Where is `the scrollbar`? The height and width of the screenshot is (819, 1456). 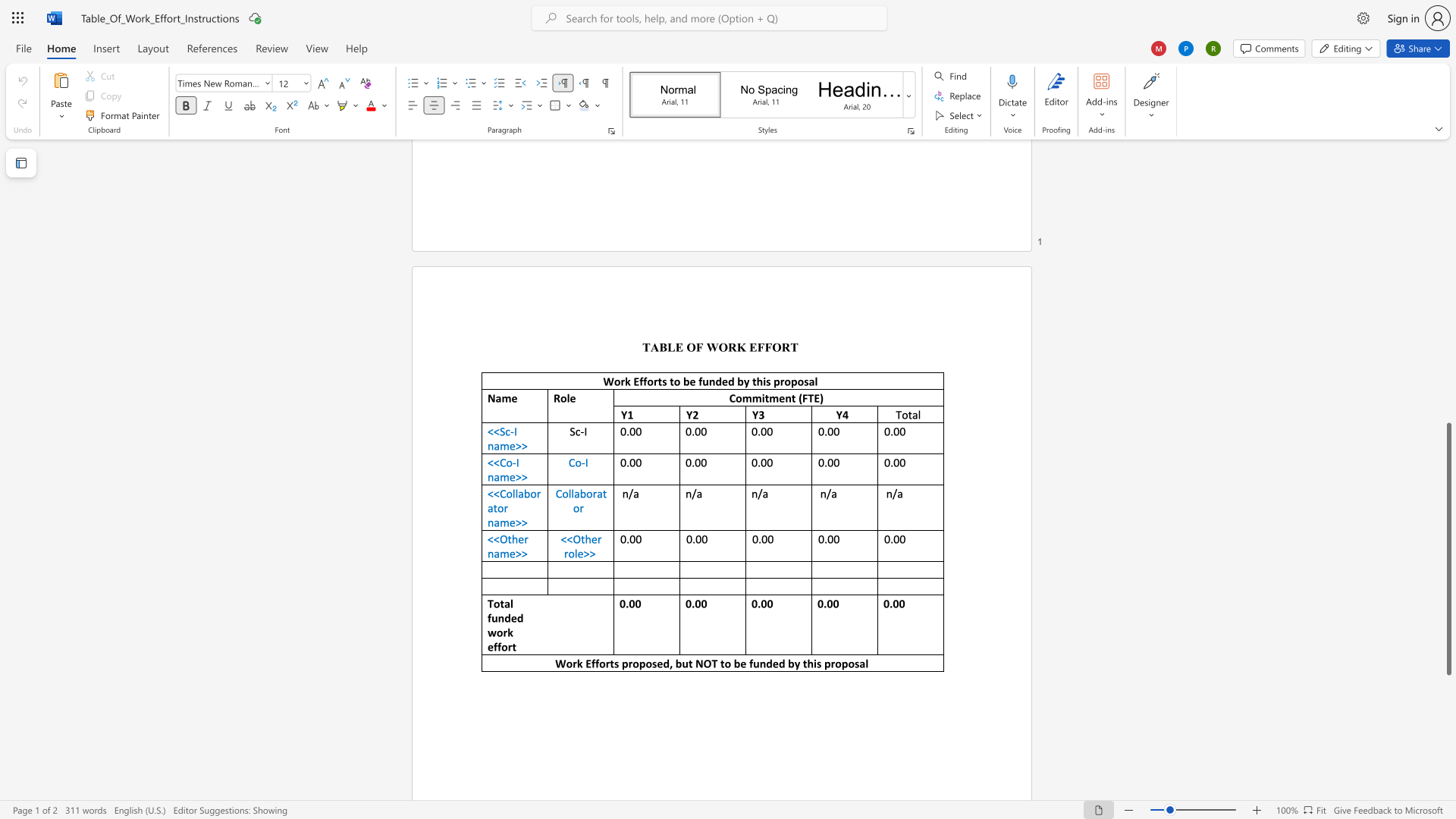 the scrollbar is located at coordinates (1448, 196).